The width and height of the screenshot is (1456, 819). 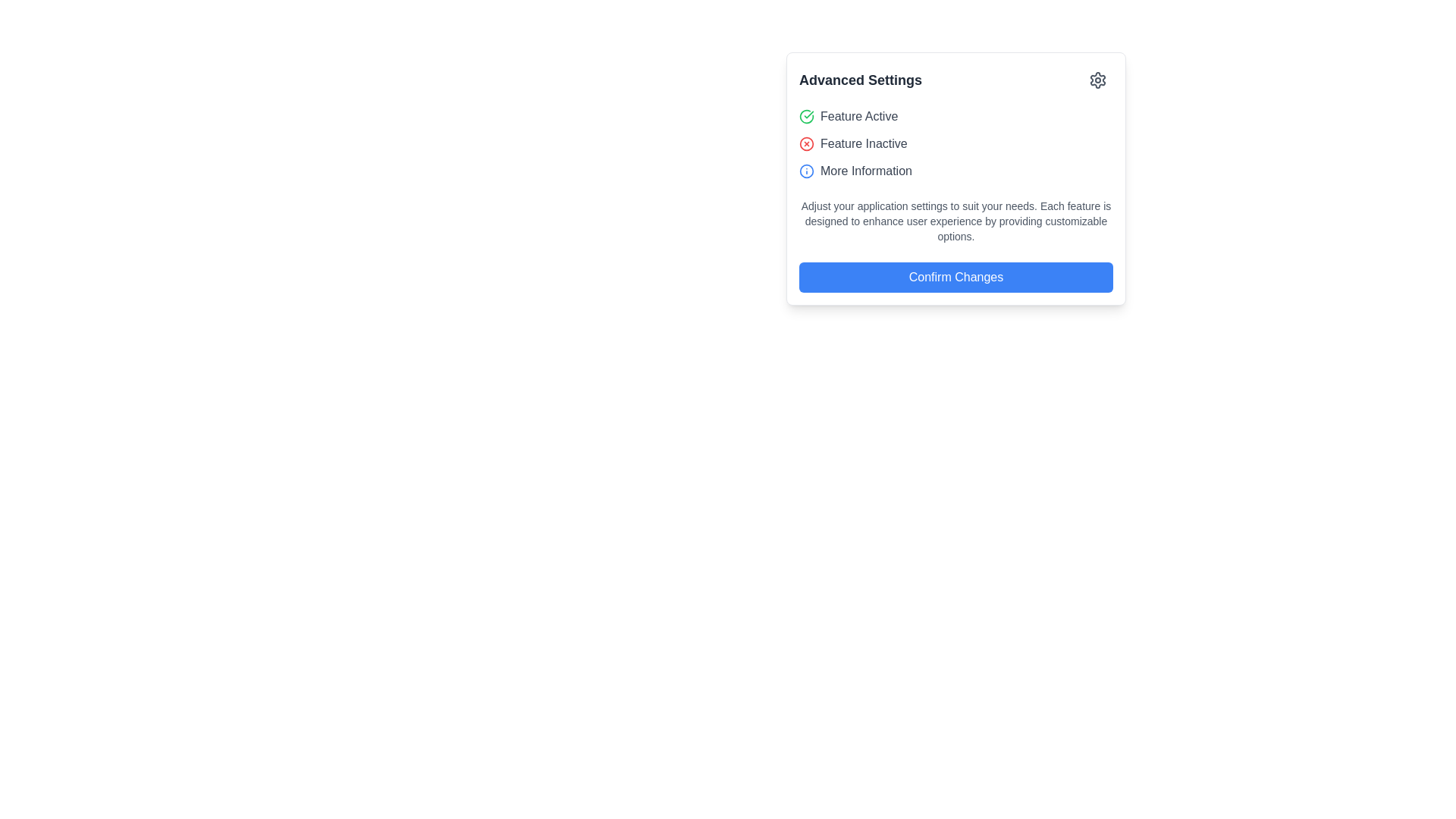 What do you see at coordinates (806, 116) in the screenshot?
I see `the first icon to the left of the 'Feature Active' text in the settings card` at bounding box center [806, 116].